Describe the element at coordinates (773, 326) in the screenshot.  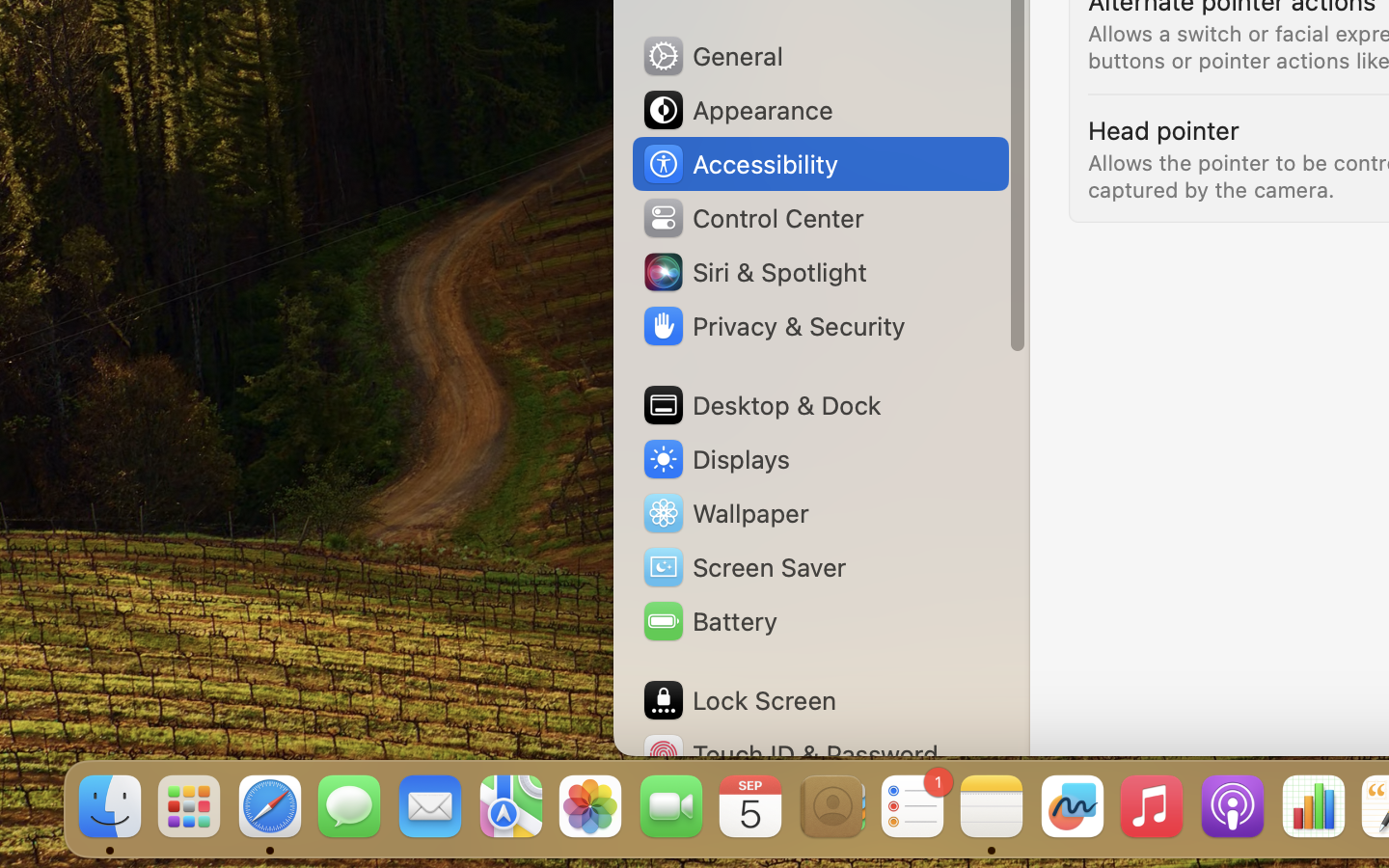
I see `'Privacy & Security'` at that location.